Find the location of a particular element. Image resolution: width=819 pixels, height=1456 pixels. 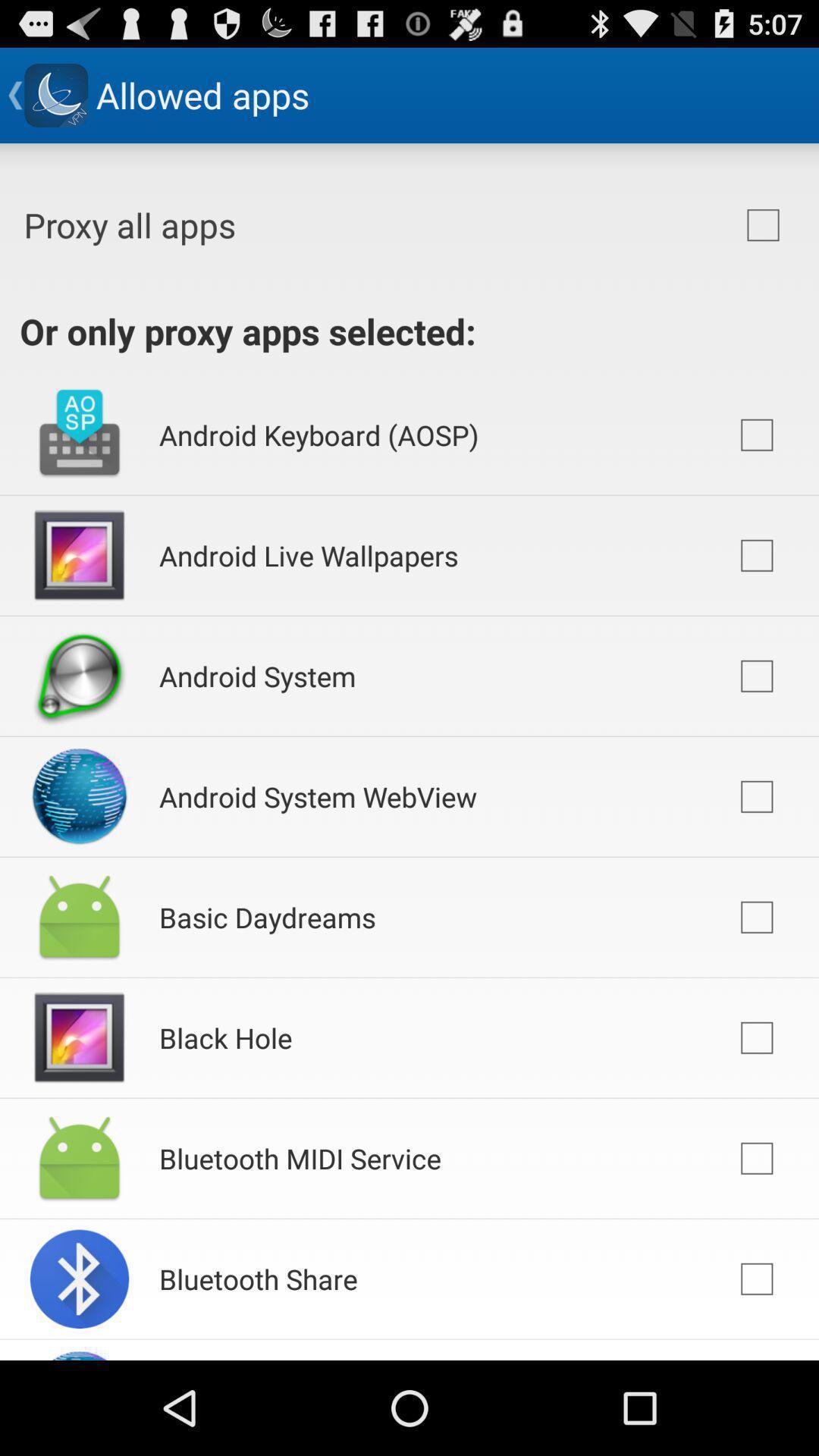

the app above the bluetooth share is located at coordinates (300, 1157).